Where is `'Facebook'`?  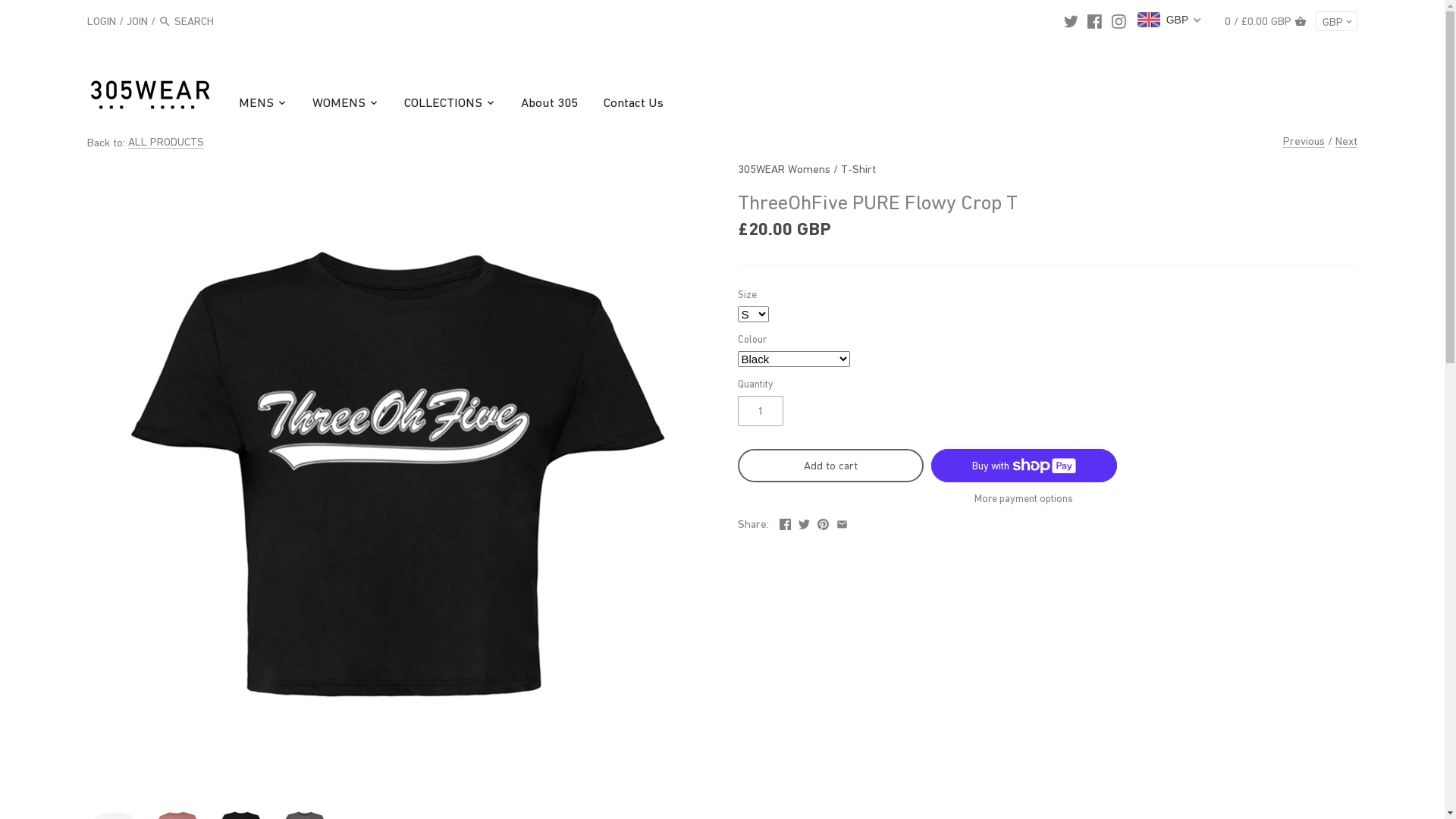
'Facebook' is located at coordinates (785, 521).